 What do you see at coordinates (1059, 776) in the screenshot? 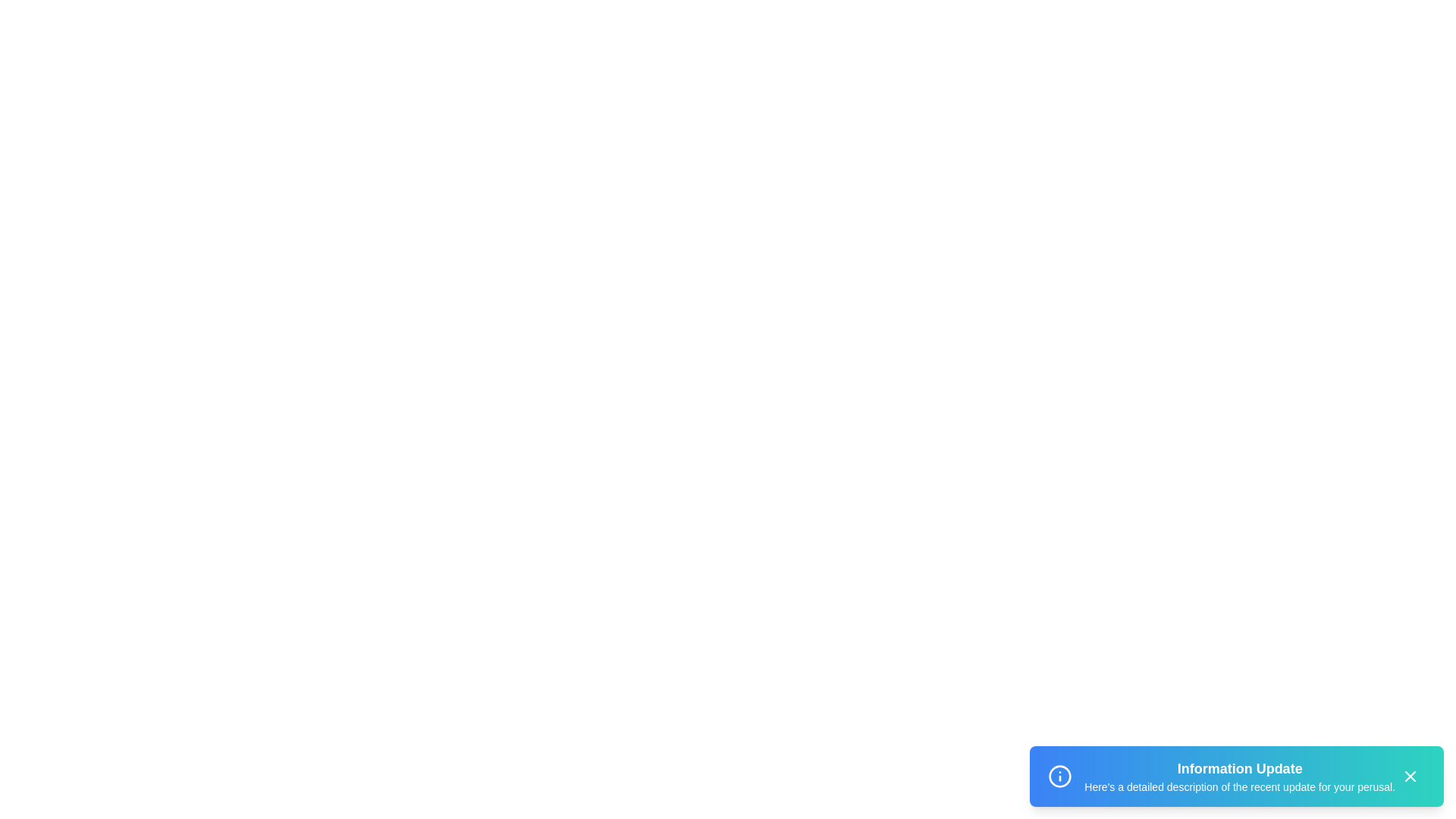
I see `the notification icon in the snackbar` at bounding box center [1059, 776].